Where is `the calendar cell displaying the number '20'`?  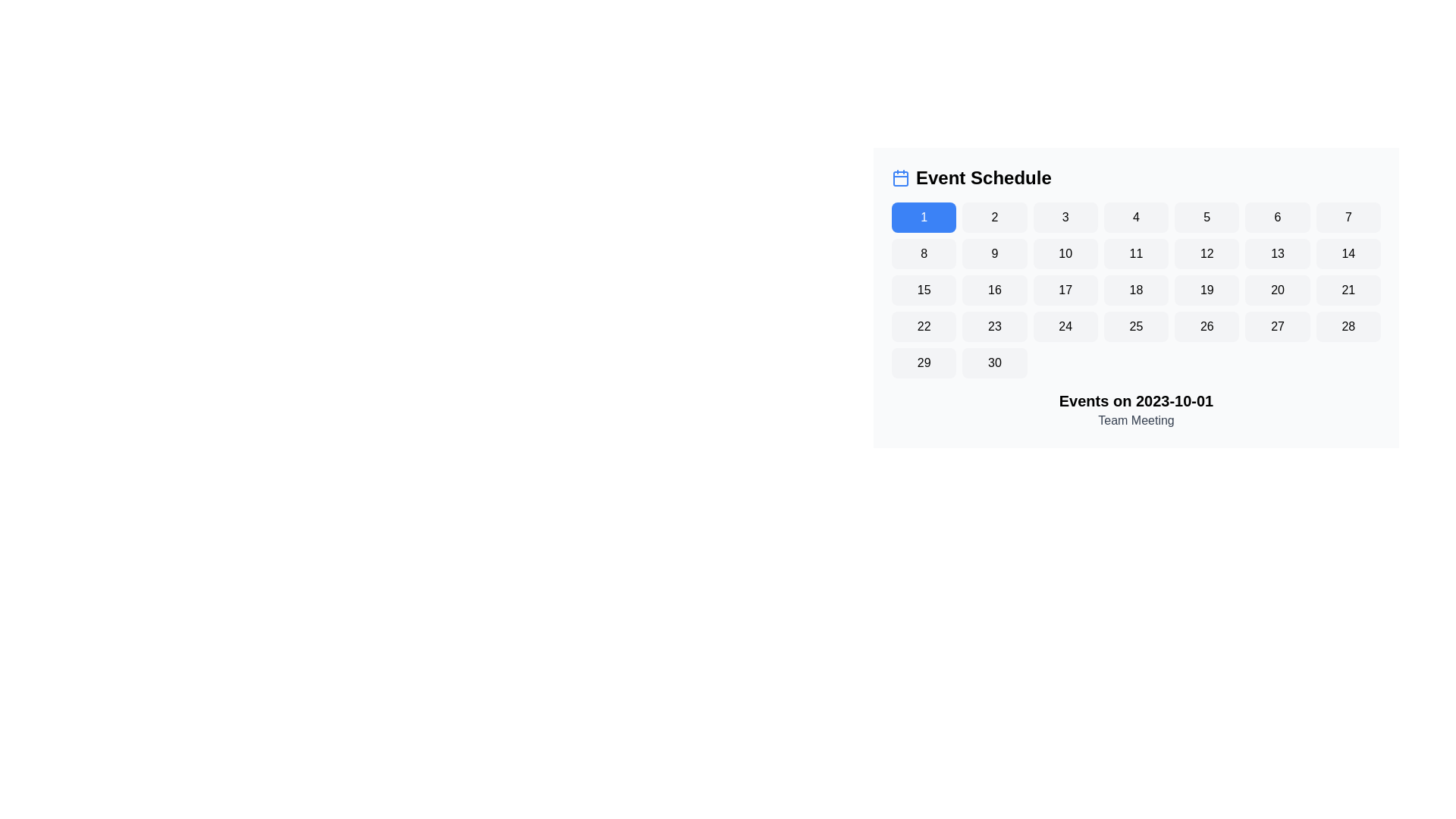
the calendar cell displaying the number '20' is located at coordinates (1276, 290).